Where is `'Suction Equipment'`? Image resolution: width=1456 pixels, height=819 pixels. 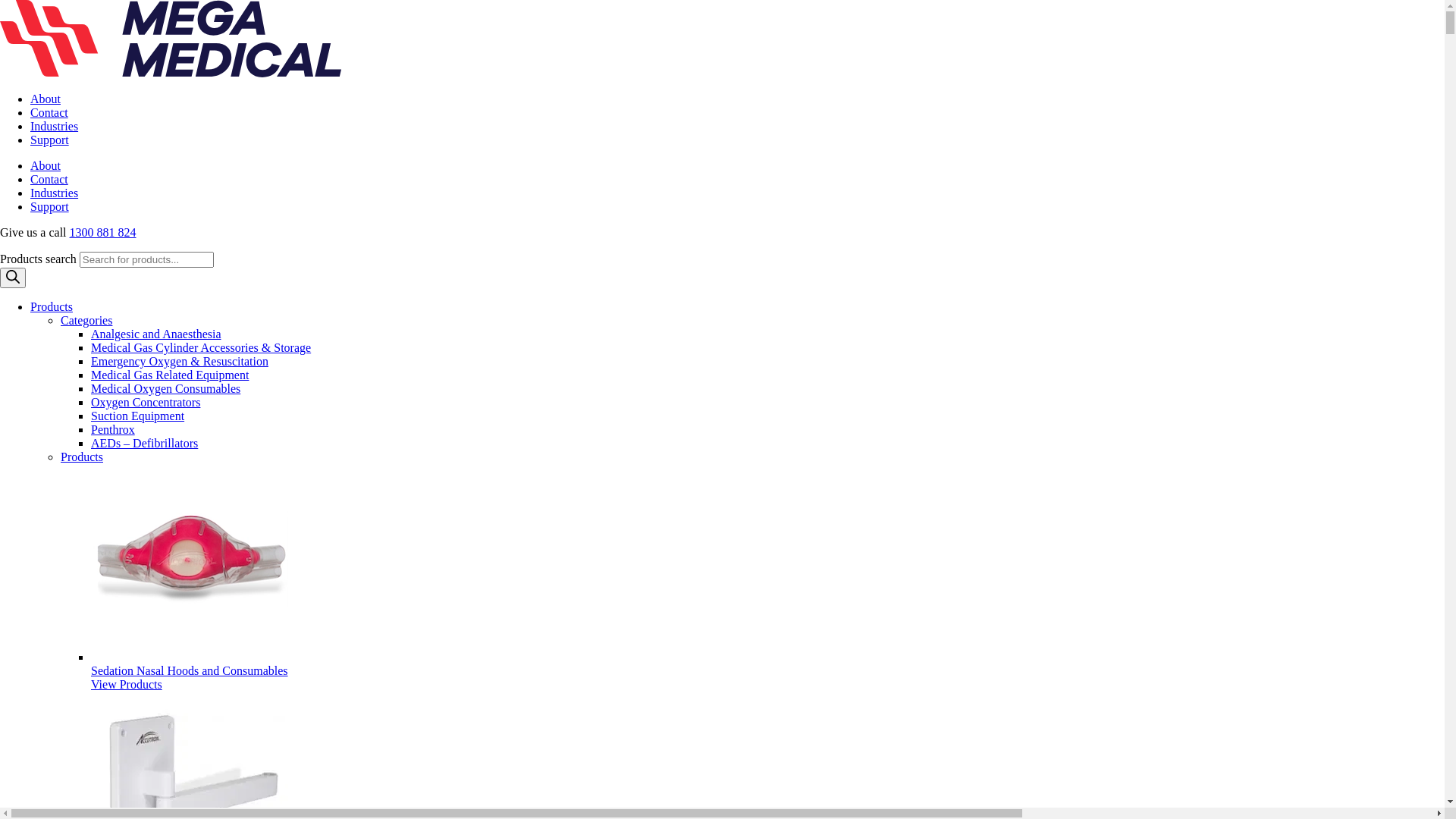
'Suction Equipment' is located at coordinates (137, 416).